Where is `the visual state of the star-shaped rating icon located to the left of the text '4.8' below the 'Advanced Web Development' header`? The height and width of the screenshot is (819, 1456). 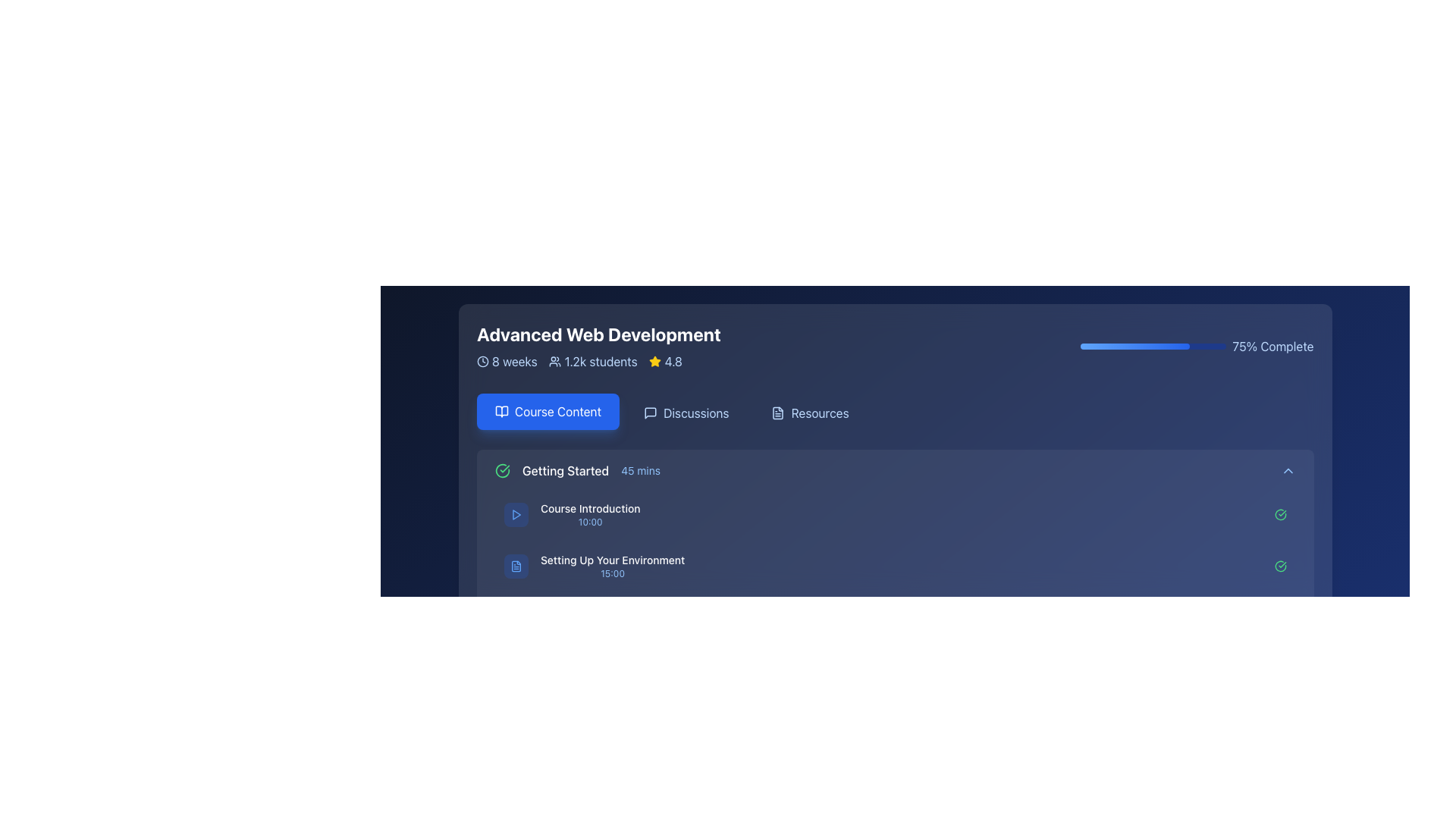 the visual state of the star-shaped rating icon located to the left of the text '4.8' below the 'Advanced Web Development' header is located at coordinates (655, 362).